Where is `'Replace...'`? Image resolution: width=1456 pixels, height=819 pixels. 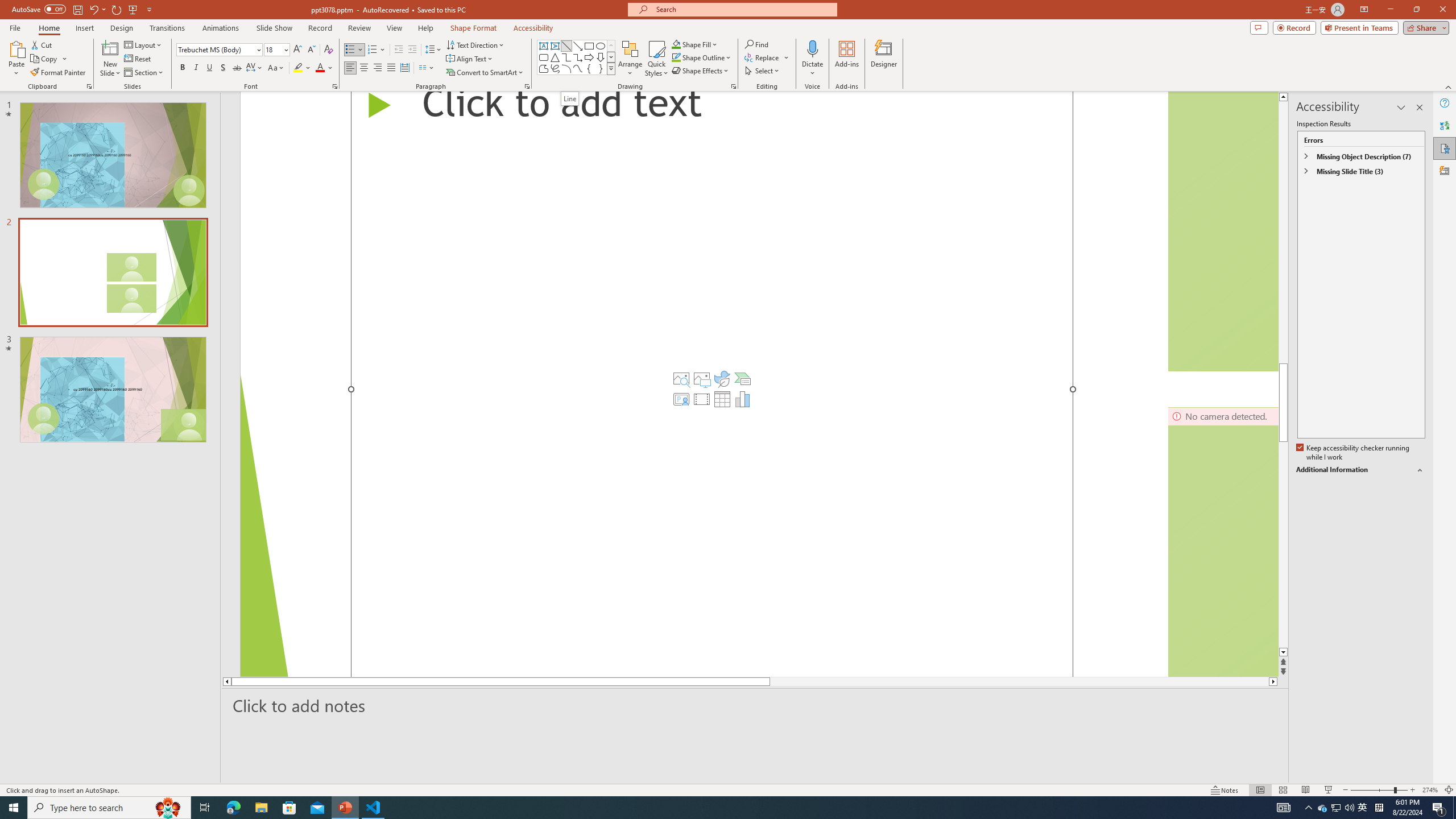
'Replace...' is located at coordinates (767, 56).